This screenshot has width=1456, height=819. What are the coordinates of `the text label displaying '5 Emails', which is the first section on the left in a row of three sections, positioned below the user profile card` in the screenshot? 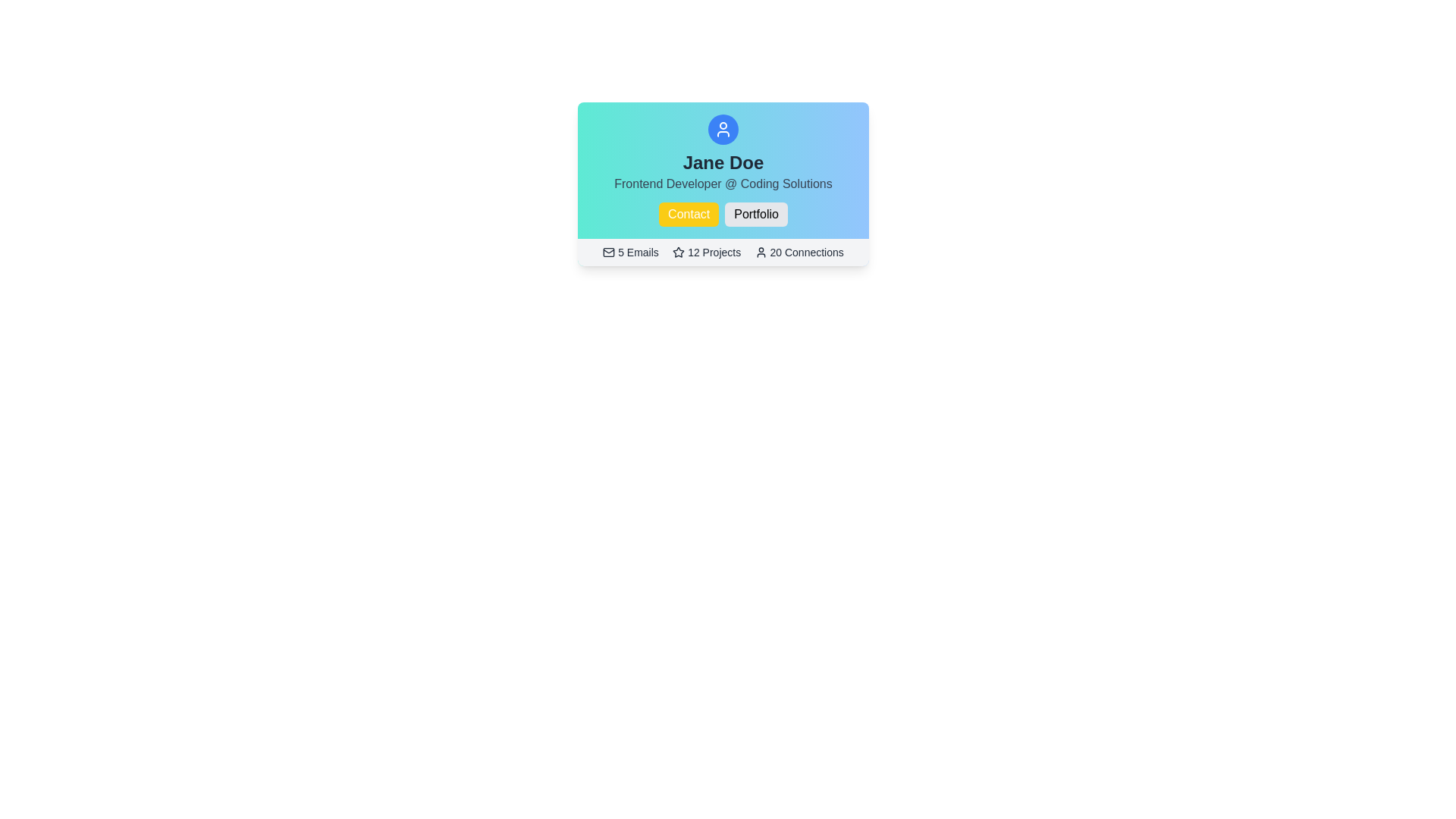 It's located at (630, 251).